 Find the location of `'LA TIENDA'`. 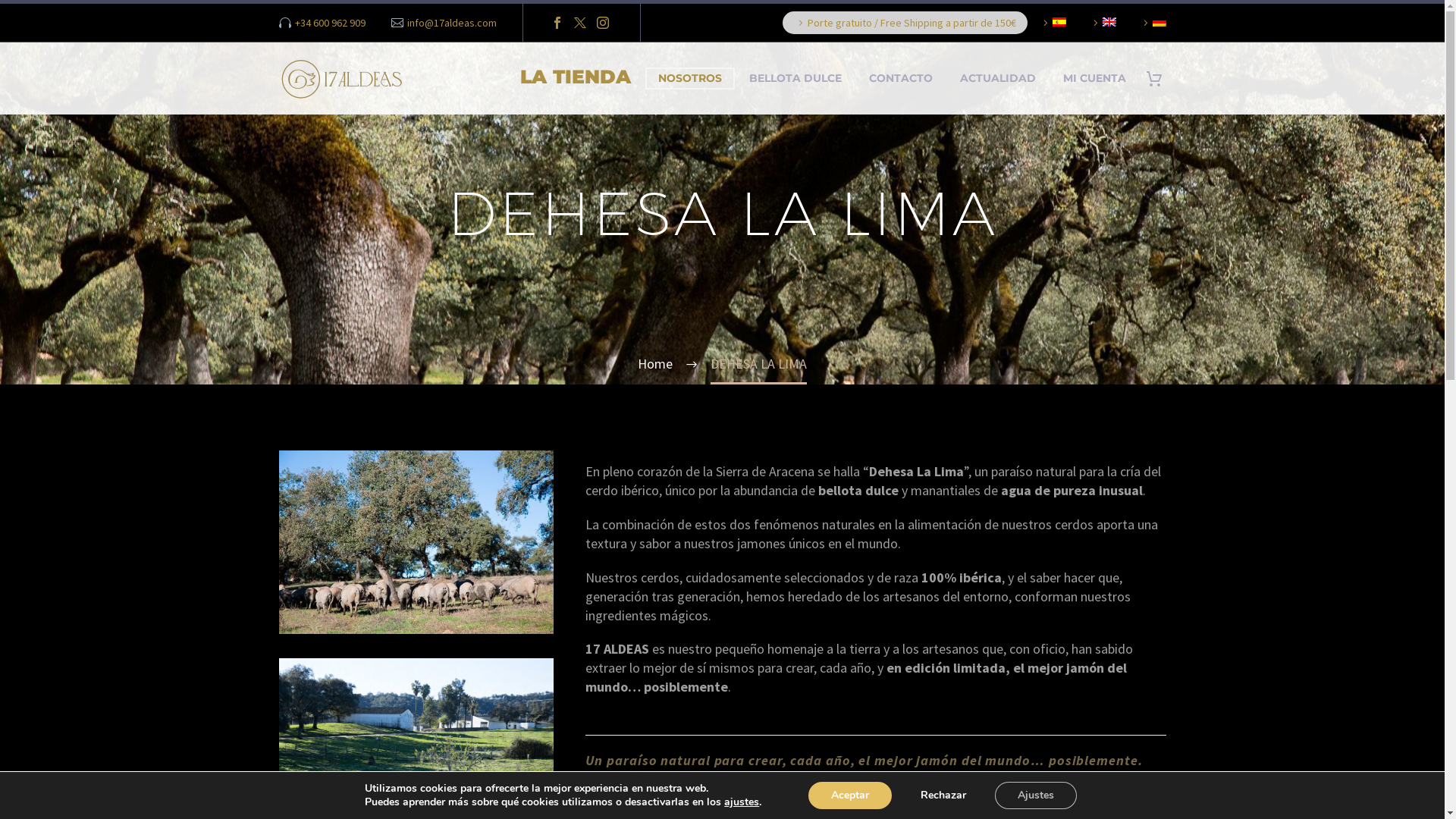

'LA TIENDA' is located at coordinates (574, 78).